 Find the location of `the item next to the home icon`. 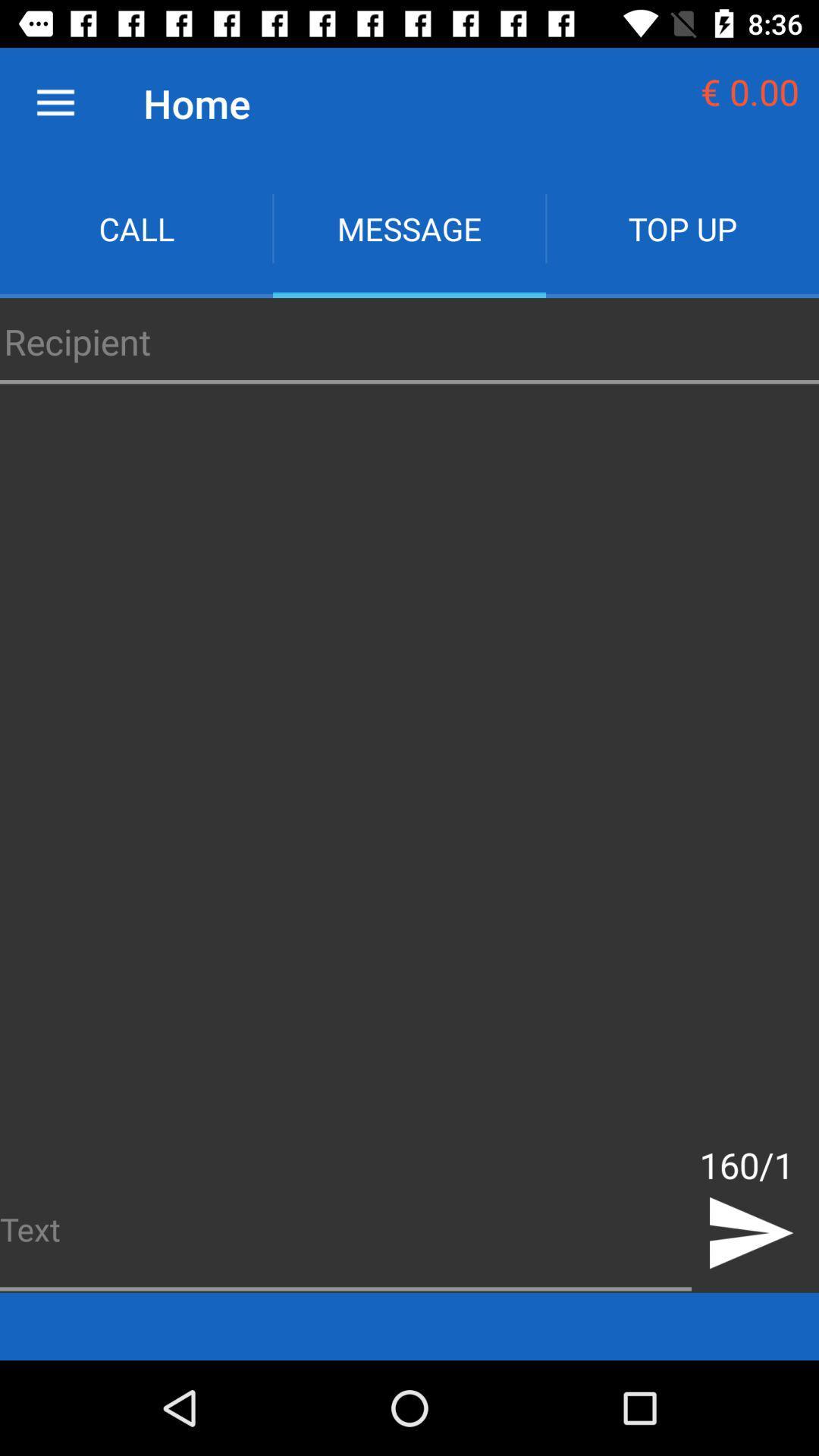

the item next to the home icon is located at coordinates (55, 102).